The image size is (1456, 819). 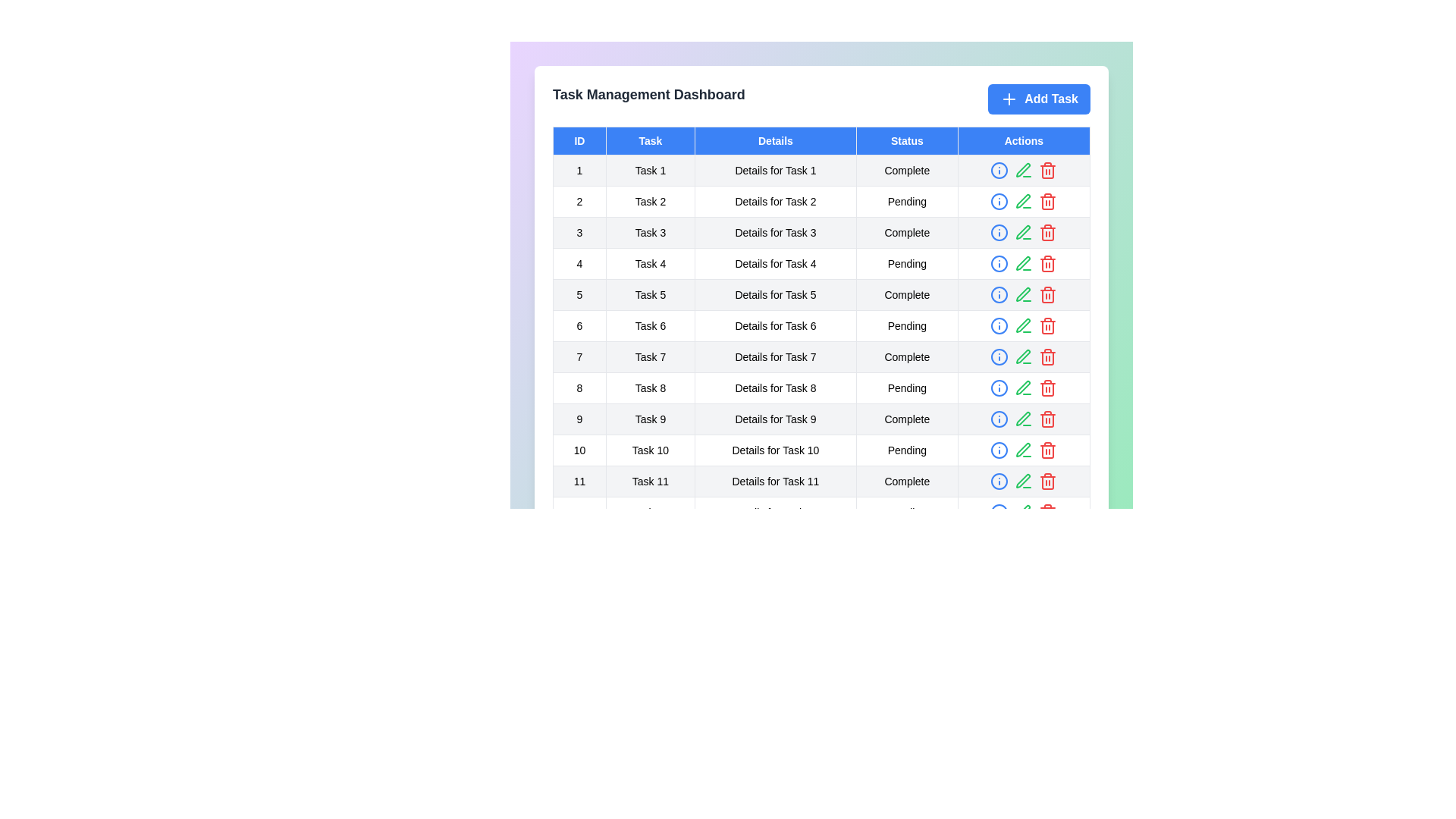 I want to click on the column header to sort tasks by Status, so click(x=907, y=140).